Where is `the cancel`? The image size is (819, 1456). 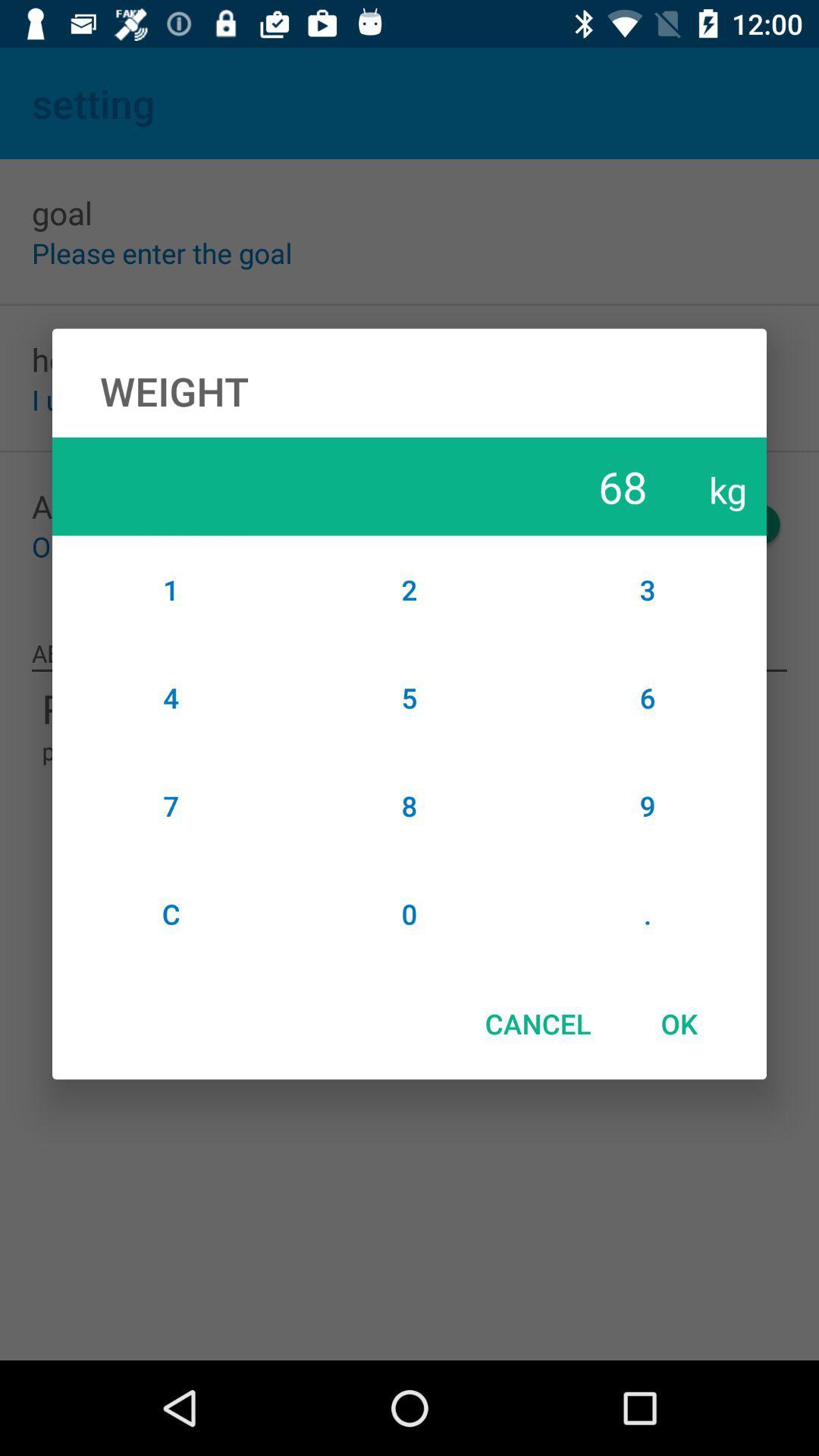 the cancel is located at coordinates (537, 1023).